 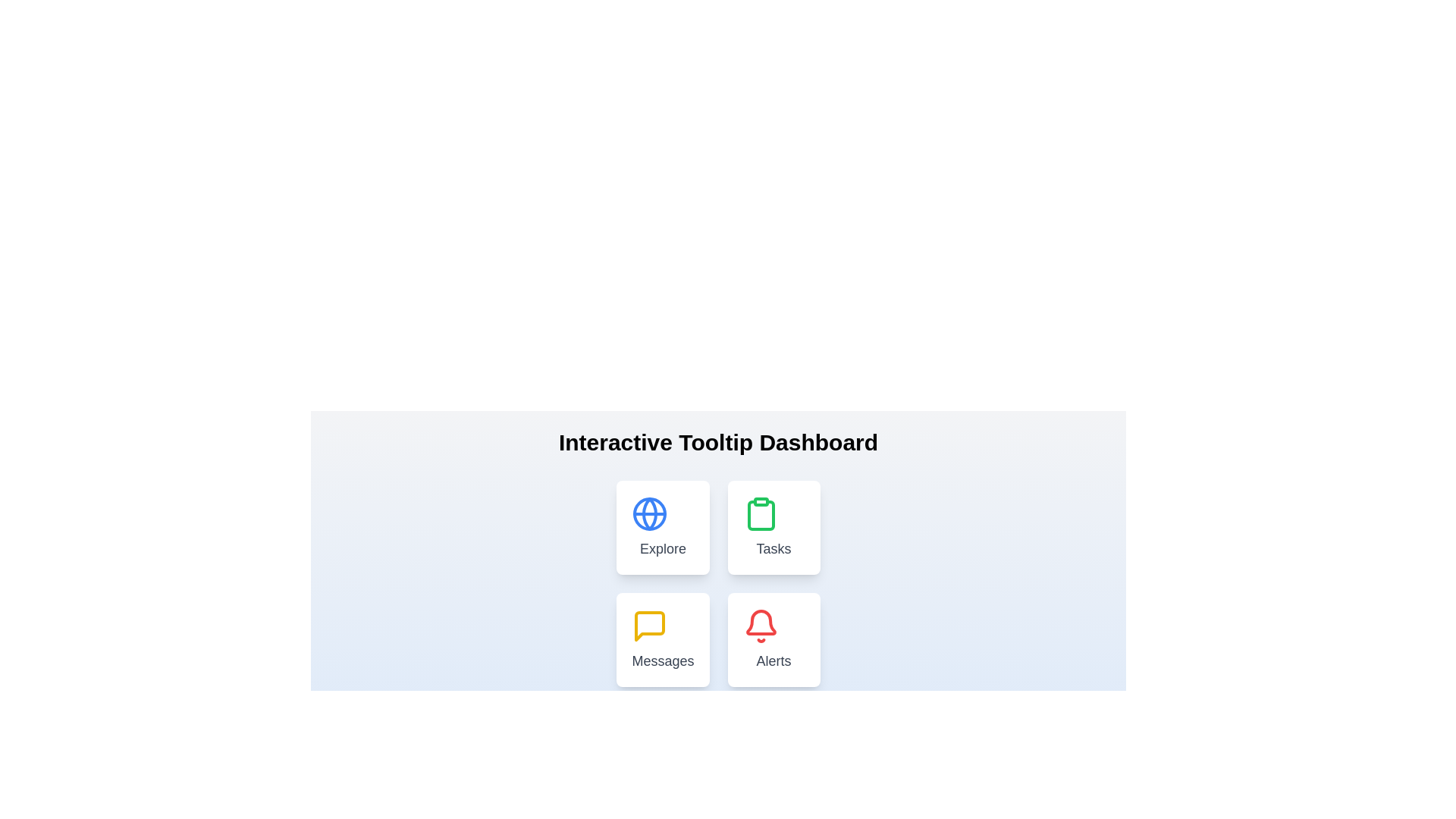 What do you see at coordinates (761, 502) in the screenshot?
I see `the decorative rectangle or indicator within the 'Tasks' icon to trigger related icon interactions` at bounding box center [761, 502].